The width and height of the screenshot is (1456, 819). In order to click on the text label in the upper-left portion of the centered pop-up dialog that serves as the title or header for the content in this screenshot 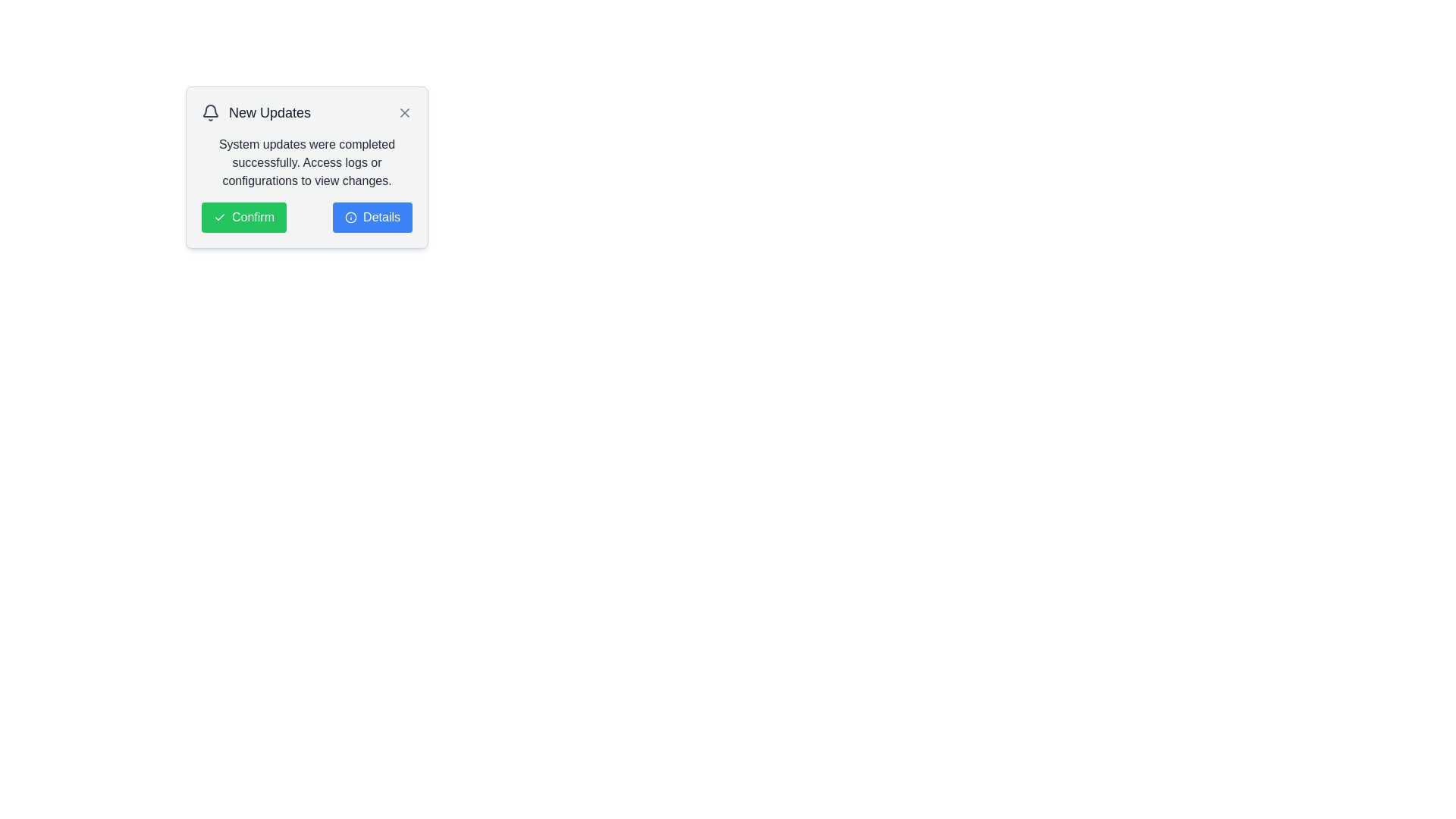, I will do `click(256, 112)`.